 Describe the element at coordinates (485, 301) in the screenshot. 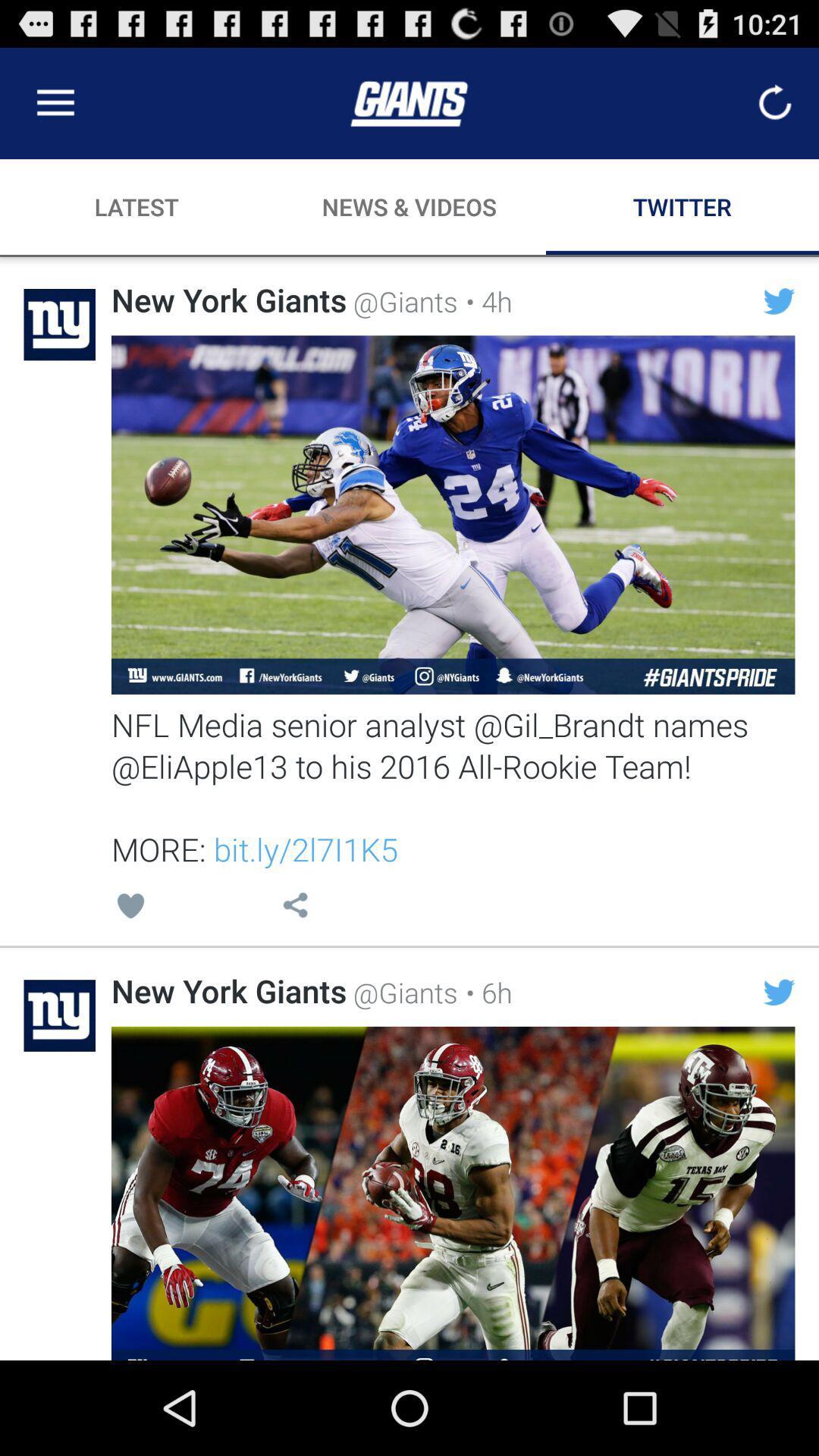

I see `the icon to the right of the @giants item` at that location.